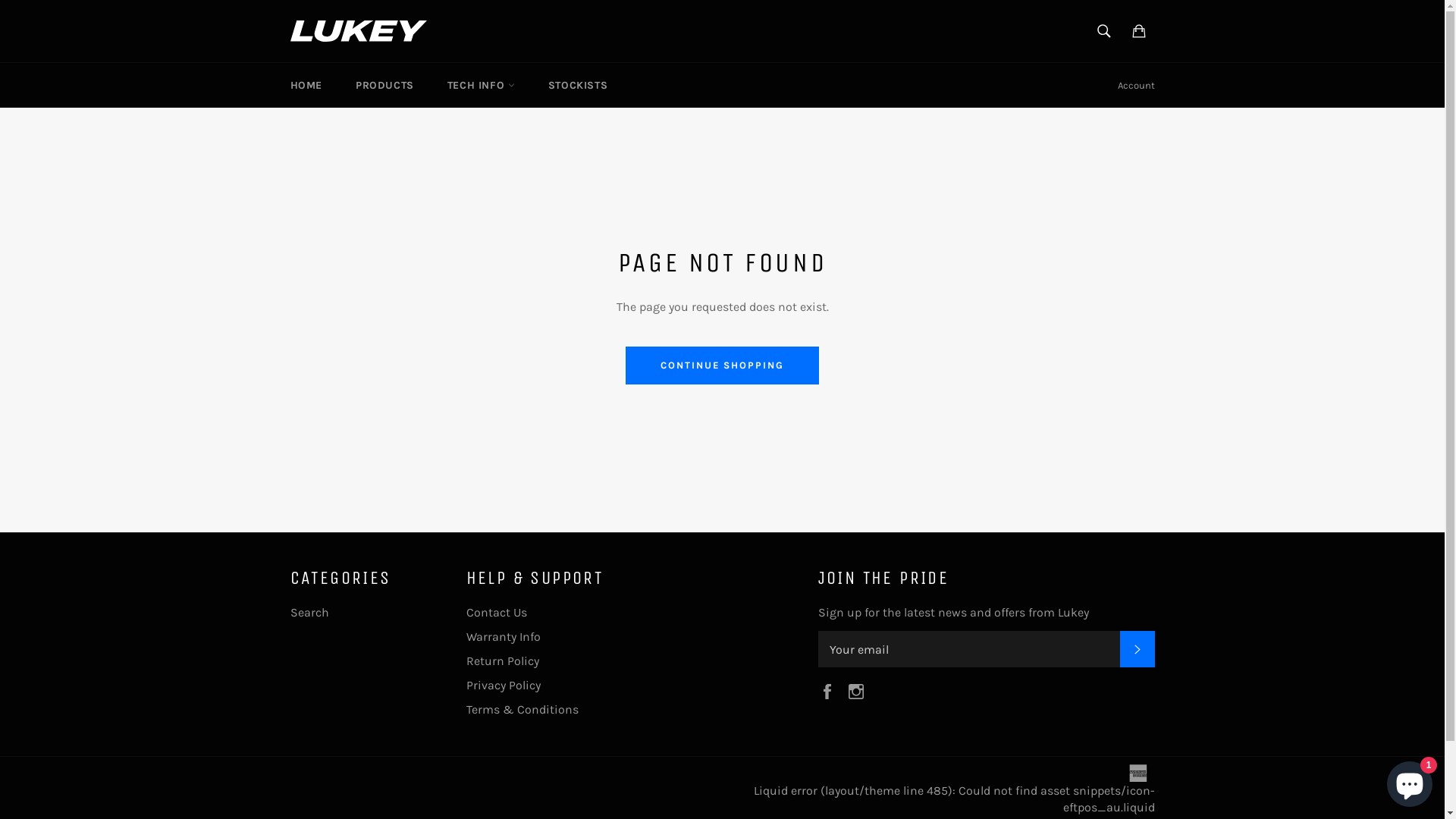 The image size is (1456, 819). What do you see at coordinates (502, 660) in the screenshot?
I see `'Return Policy'` at bounding box center [502, 660].